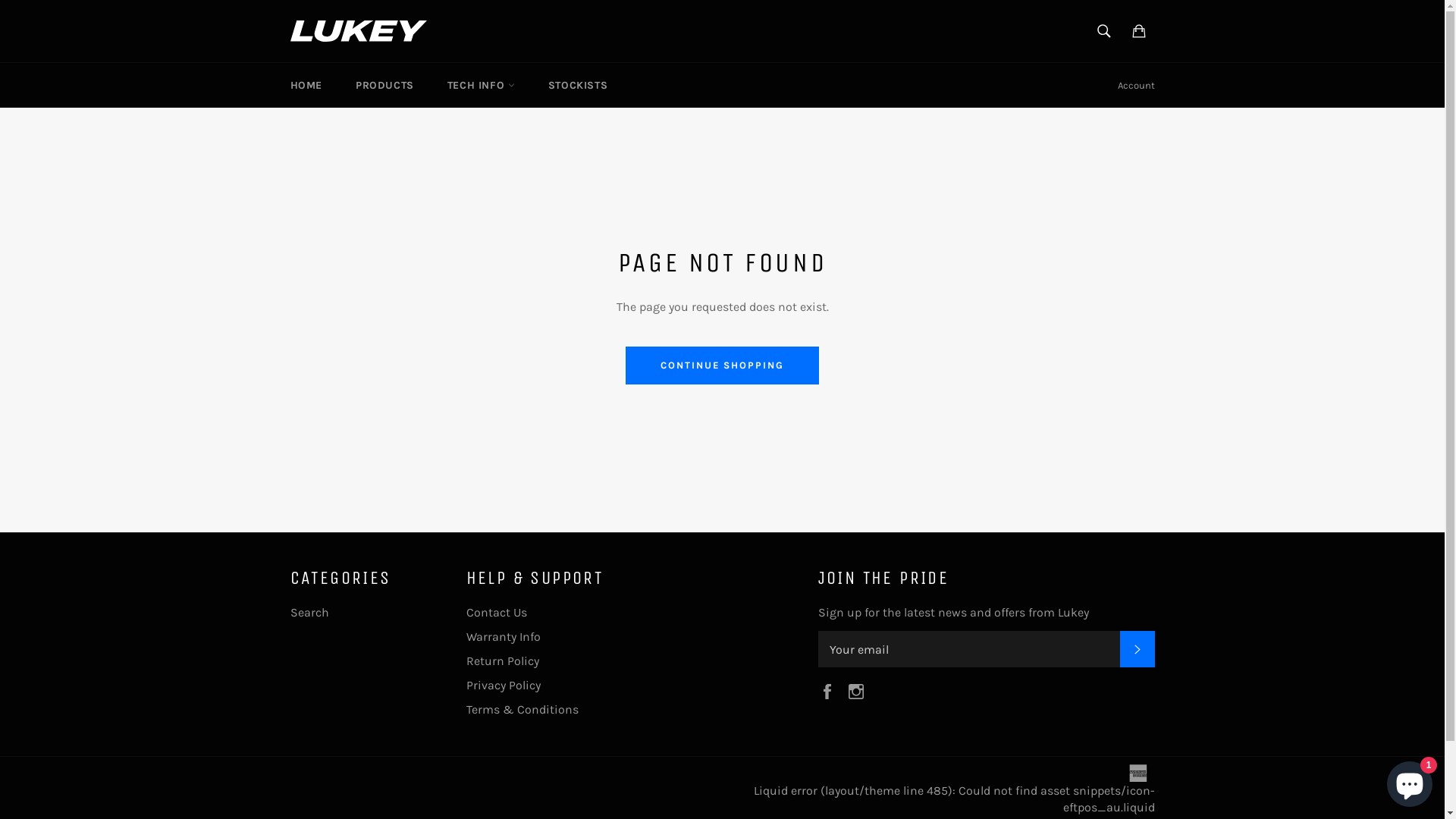 The image size is (1456, 819). What do you see at coordinates (502, 660) in the screenshot?
I see `'Return Policy'` at bounding box center [502, 660].